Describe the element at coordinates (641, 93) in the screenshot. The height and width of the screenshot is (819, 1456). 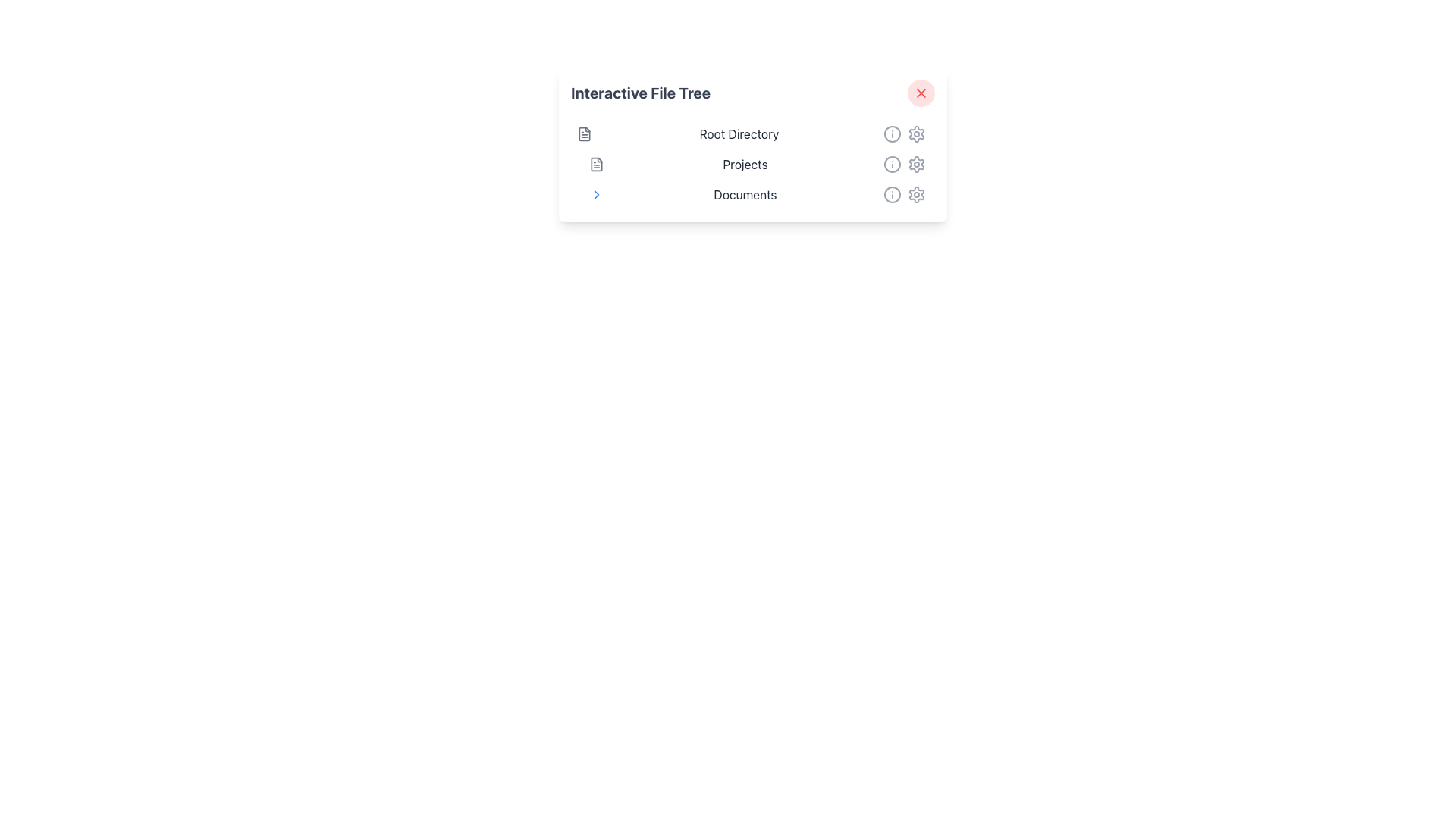
I see `the 'Interactive File Tree' text label, which is styled in bold gray font and located at the top left of a card-like component in the file tree interface` at that location.